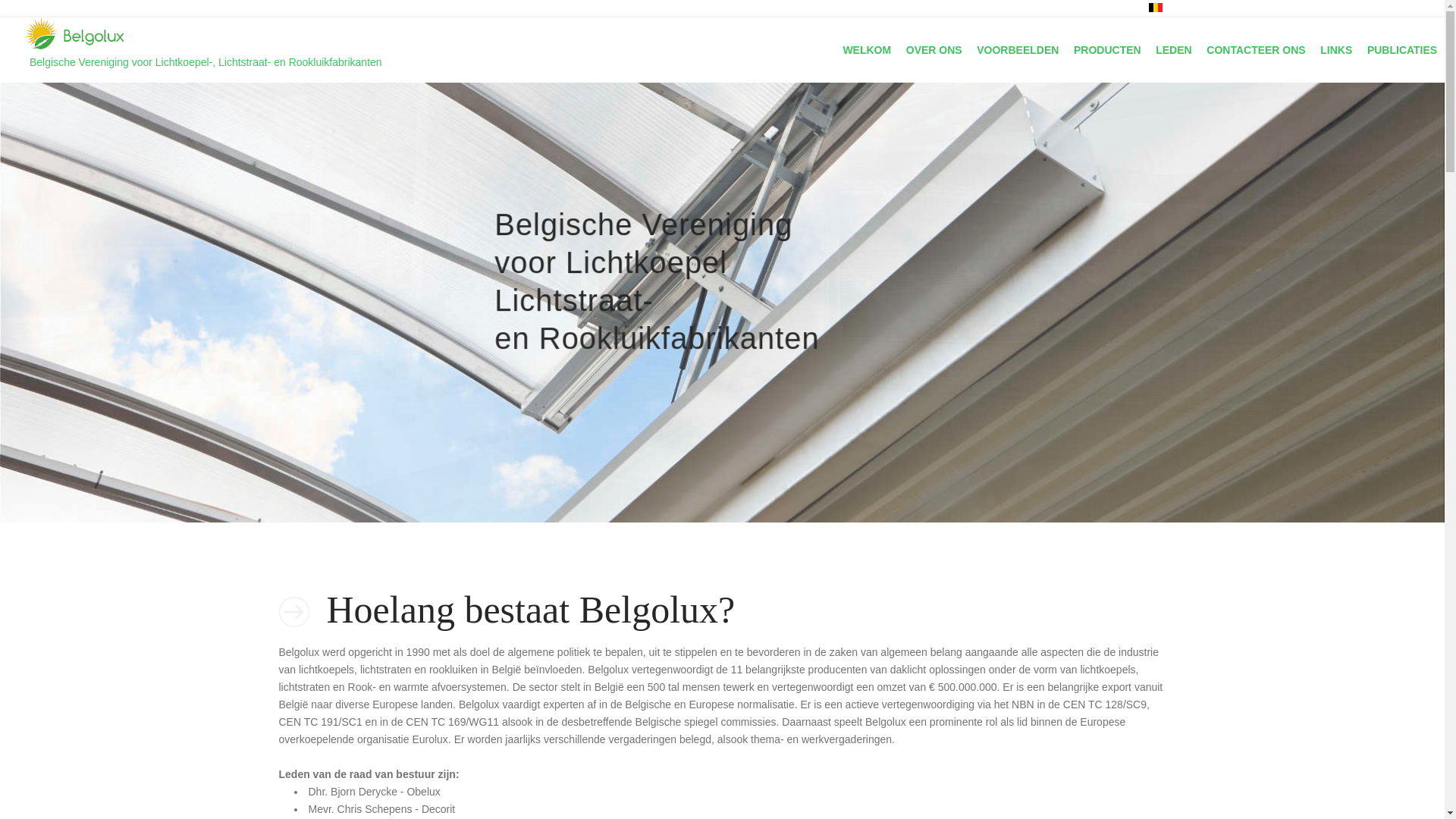 Image resolution: width=1456 pixels, height=819 pixels. What do you see at coordinates (1336, 49) in the screenshot?
I see `'LINKS'` at bounding box center [1336, 49].